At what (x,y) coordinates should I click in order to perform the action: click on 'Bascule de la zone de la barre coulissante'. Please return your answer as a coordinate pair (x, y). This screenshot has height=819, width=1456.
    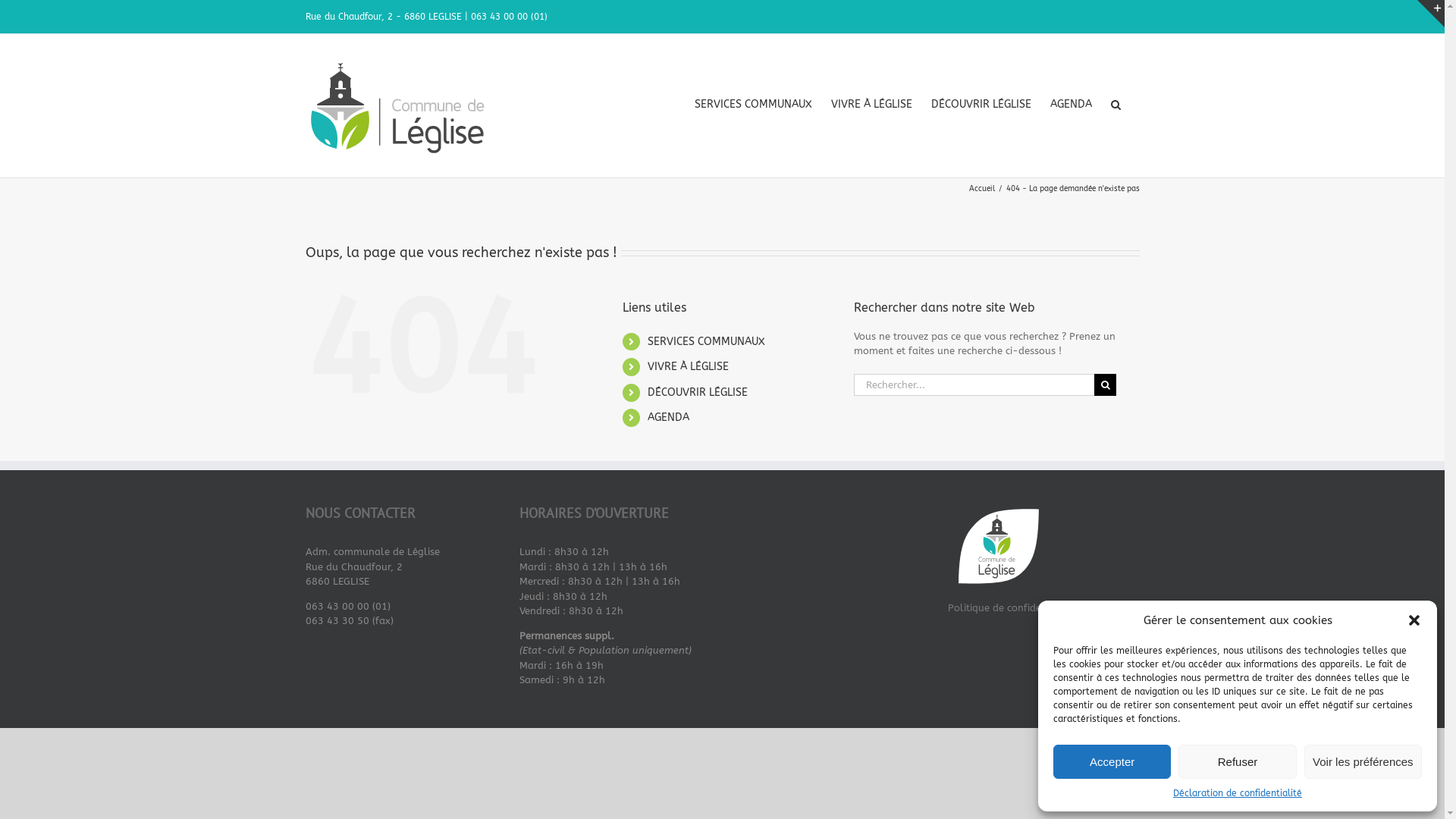
    Looking at the image, I should click on (1429, 14).